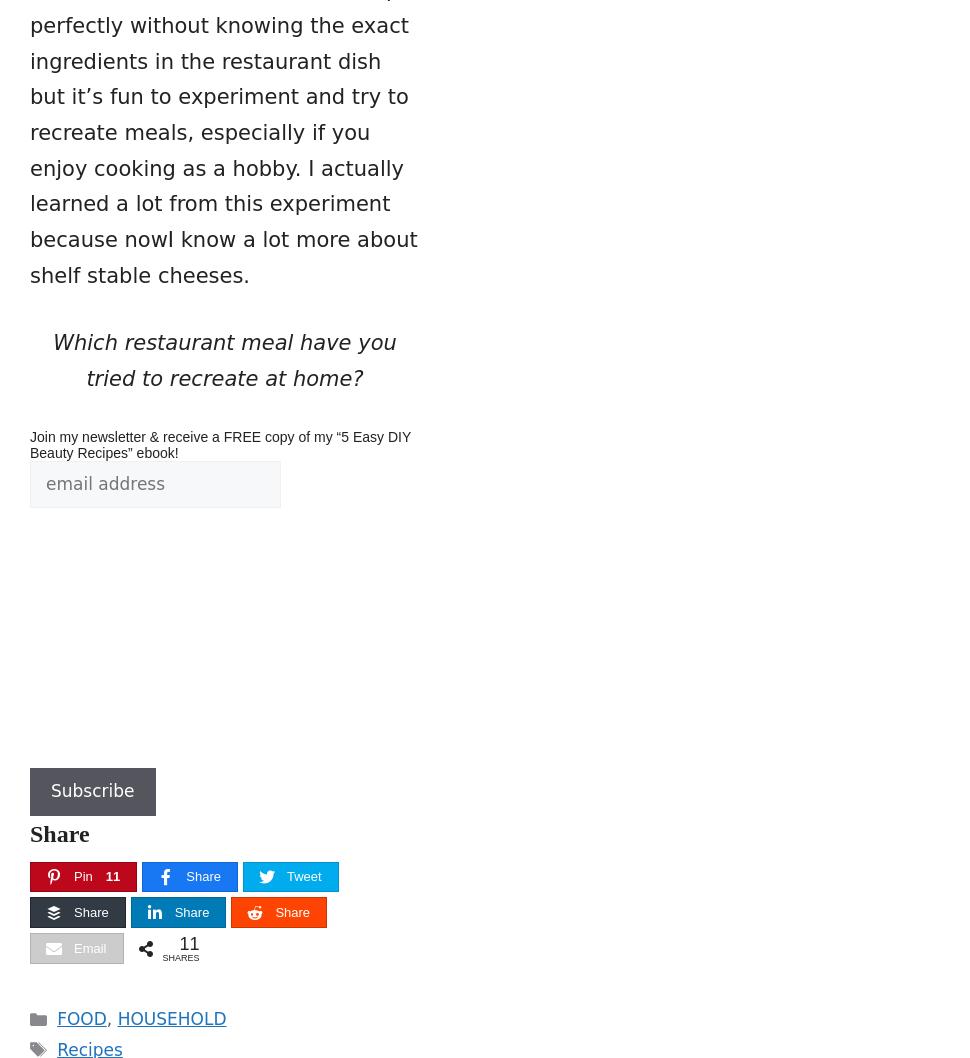 The width and height of the screenshot is (970, 1058). Describe the element at coordinates (80, 1017) in the screenshot. I see `'FOOD'` at that location.